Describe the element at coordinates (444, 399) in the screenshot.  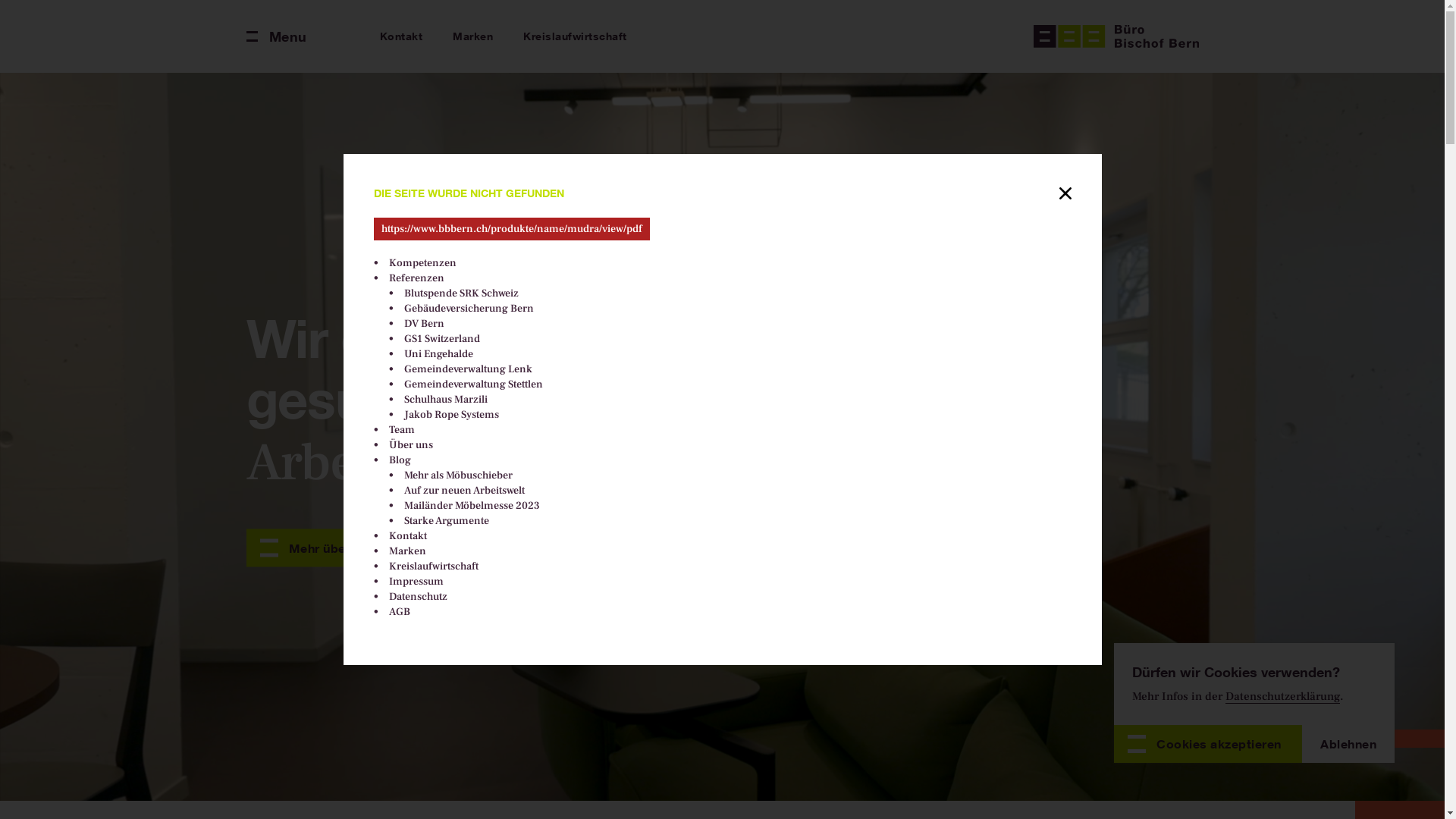
I see `'Schulhaus Marzili'` at that location.